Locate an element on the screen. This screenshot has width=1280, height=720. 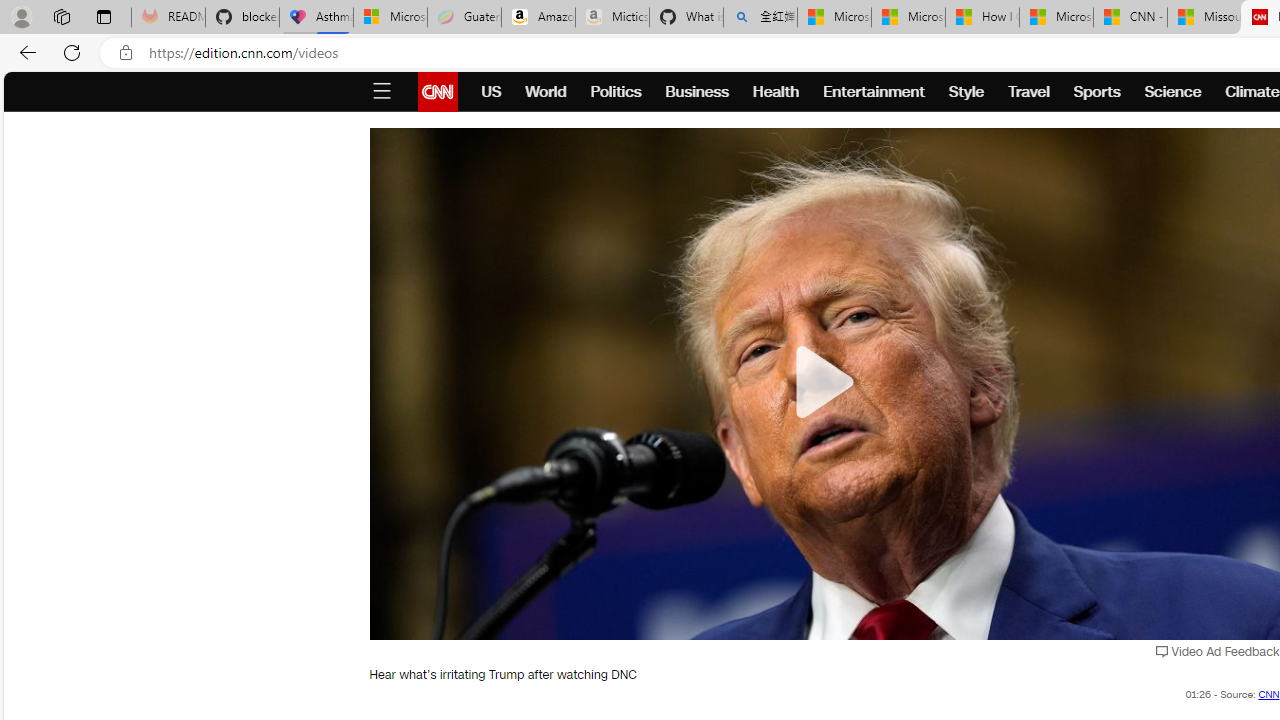
'CNN logo' is located at coordinates (436, 92).